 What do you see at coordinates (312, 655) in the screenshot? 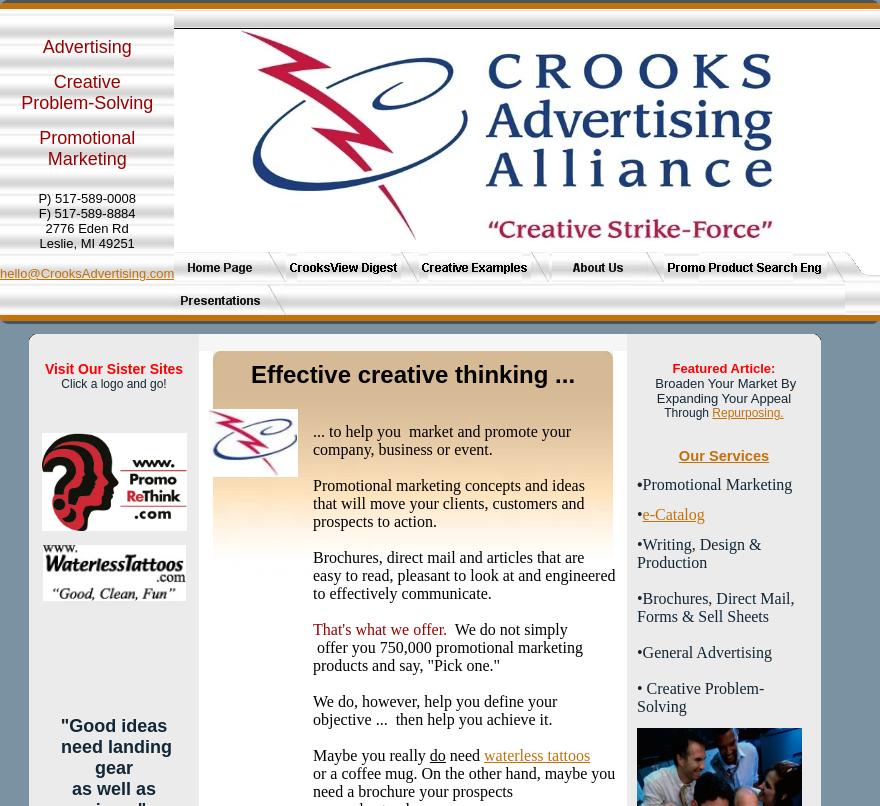
I see `'offer you 750,000 promotional marketing products and say, "Pick one."'` at bounding box center [312, 655].